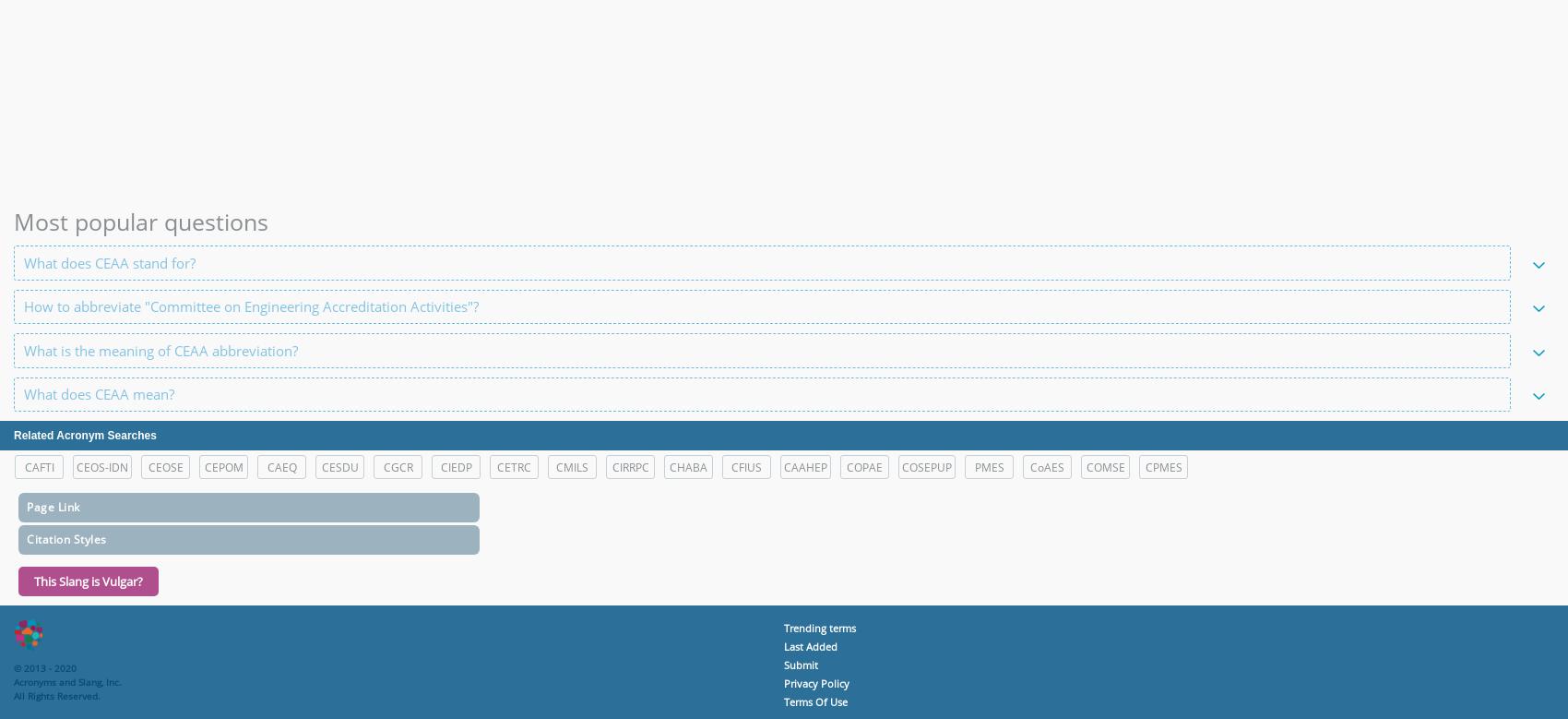 Image resolution: width=1568 pixels, height=719 pixels. I want to click on 'This Slang is Vulgar?', so click(34, 581).